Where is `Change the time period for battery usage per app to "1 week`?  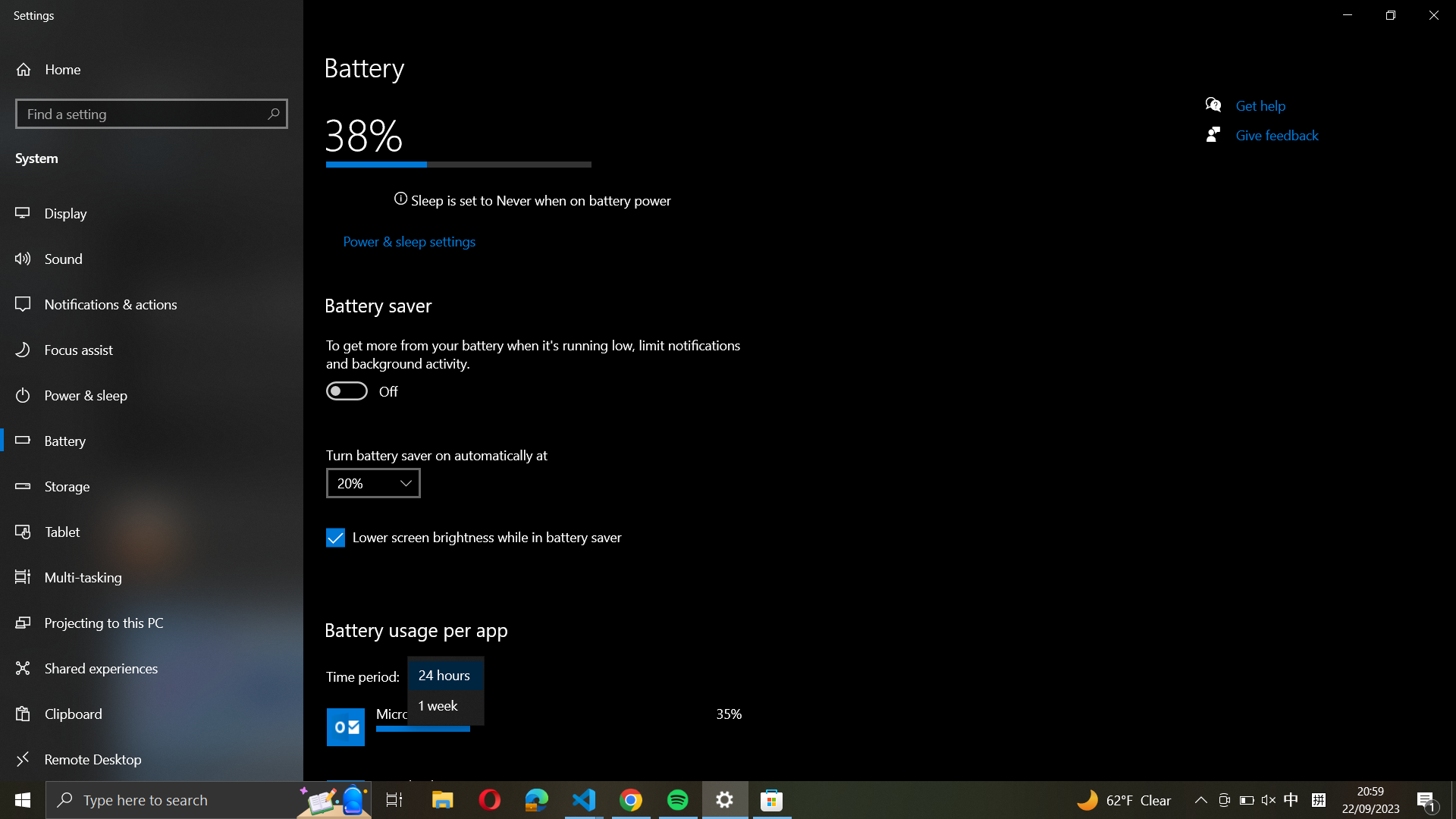 Change the time period for battery usage per app to "1 week is located at coordinates (445, 705).